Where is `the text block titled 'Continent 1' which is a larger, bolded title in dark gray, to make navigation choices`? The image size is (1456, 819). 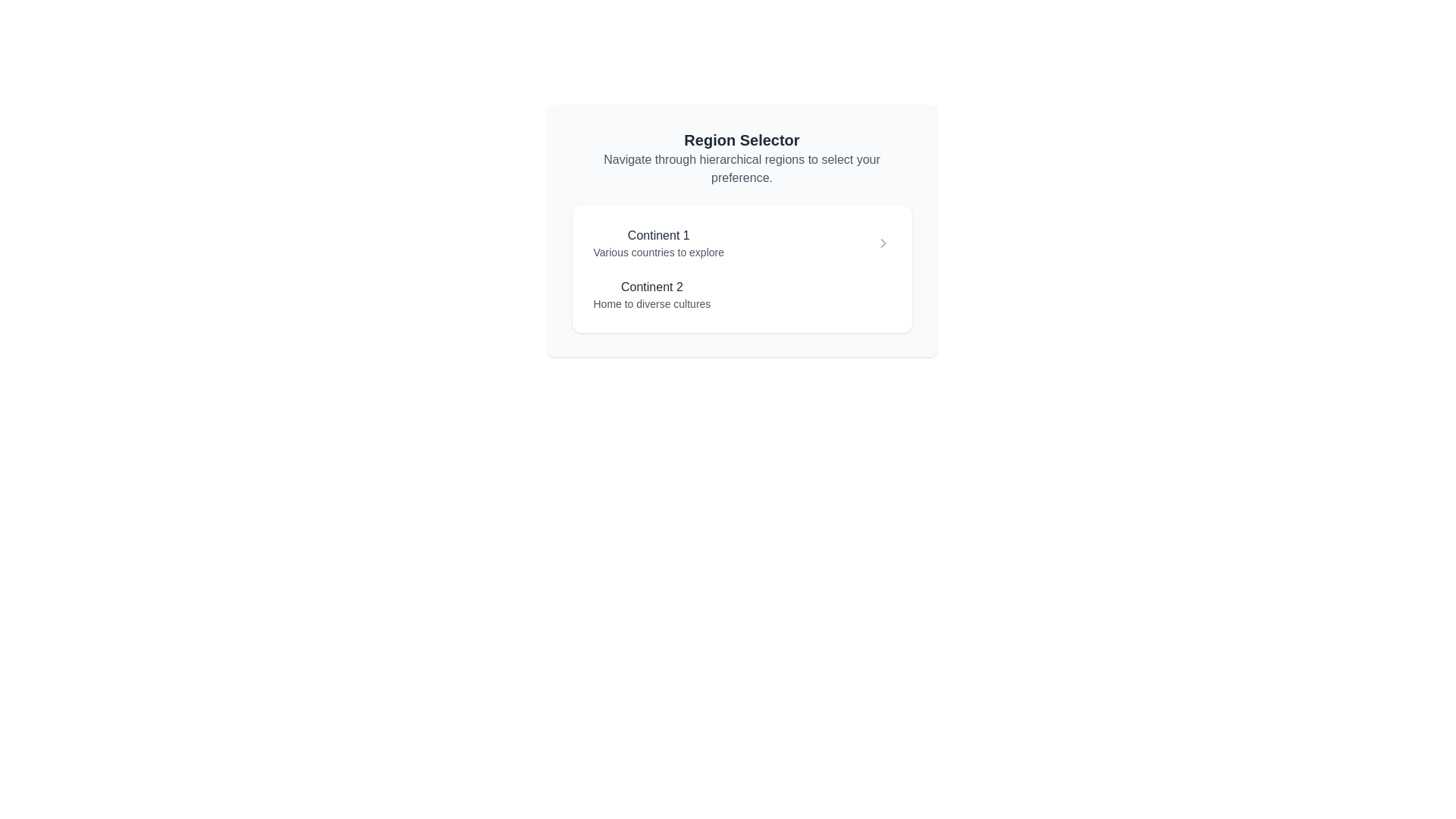
the text block titled 'Continent 1' which is a larger, bolded title in dark gray, to make navigation choices is located at coordinates (658, 242).